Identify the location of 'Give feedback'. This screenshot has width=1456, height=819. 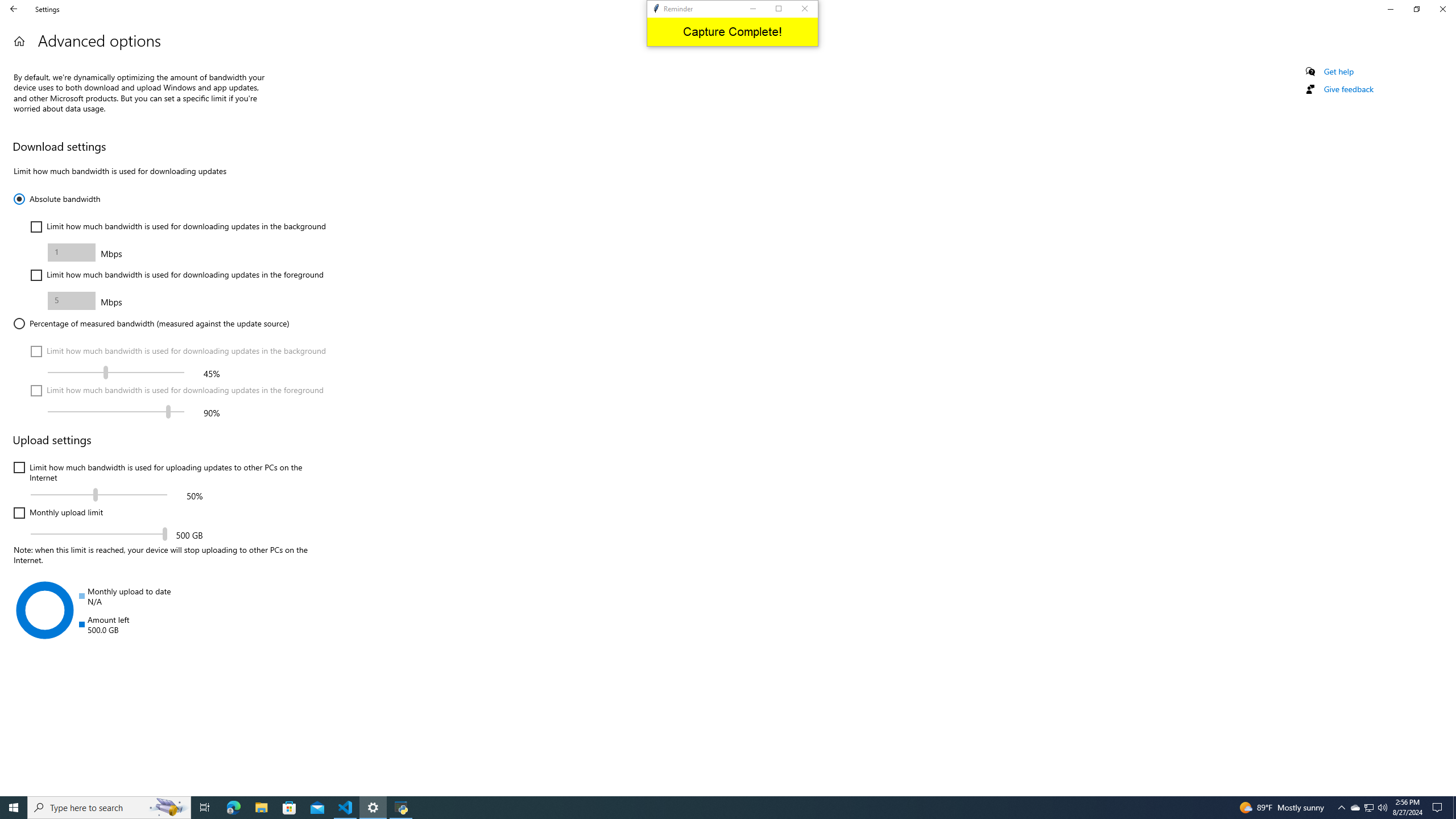
(1347, 89).